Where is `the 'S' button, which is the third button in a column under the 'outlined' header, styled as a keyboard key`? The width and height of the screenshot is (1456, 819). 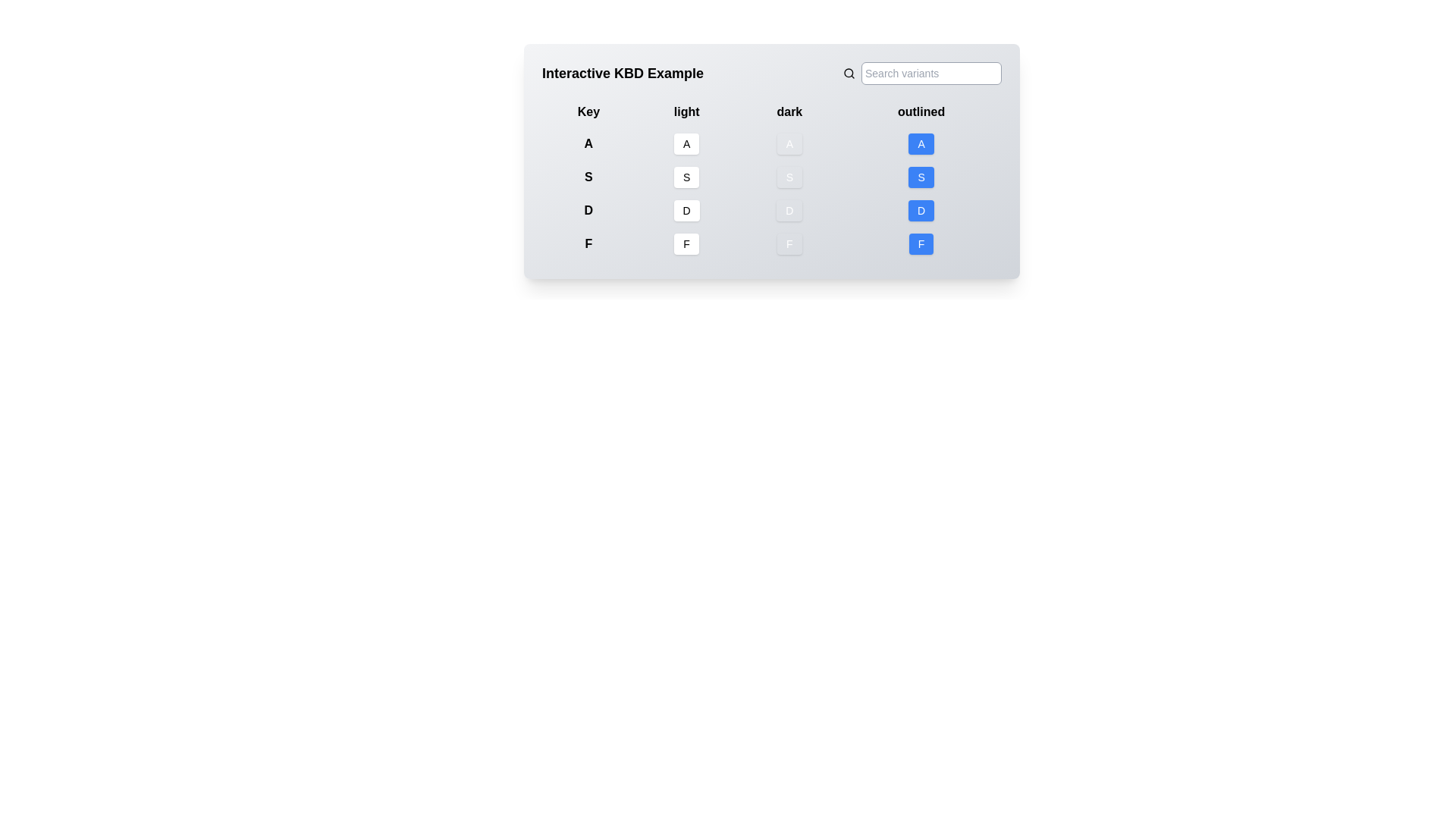 the 'S' button, which is the third button in a column under the 'outlined' header, styled as a keyboard key is located at coordinates (921, 177).